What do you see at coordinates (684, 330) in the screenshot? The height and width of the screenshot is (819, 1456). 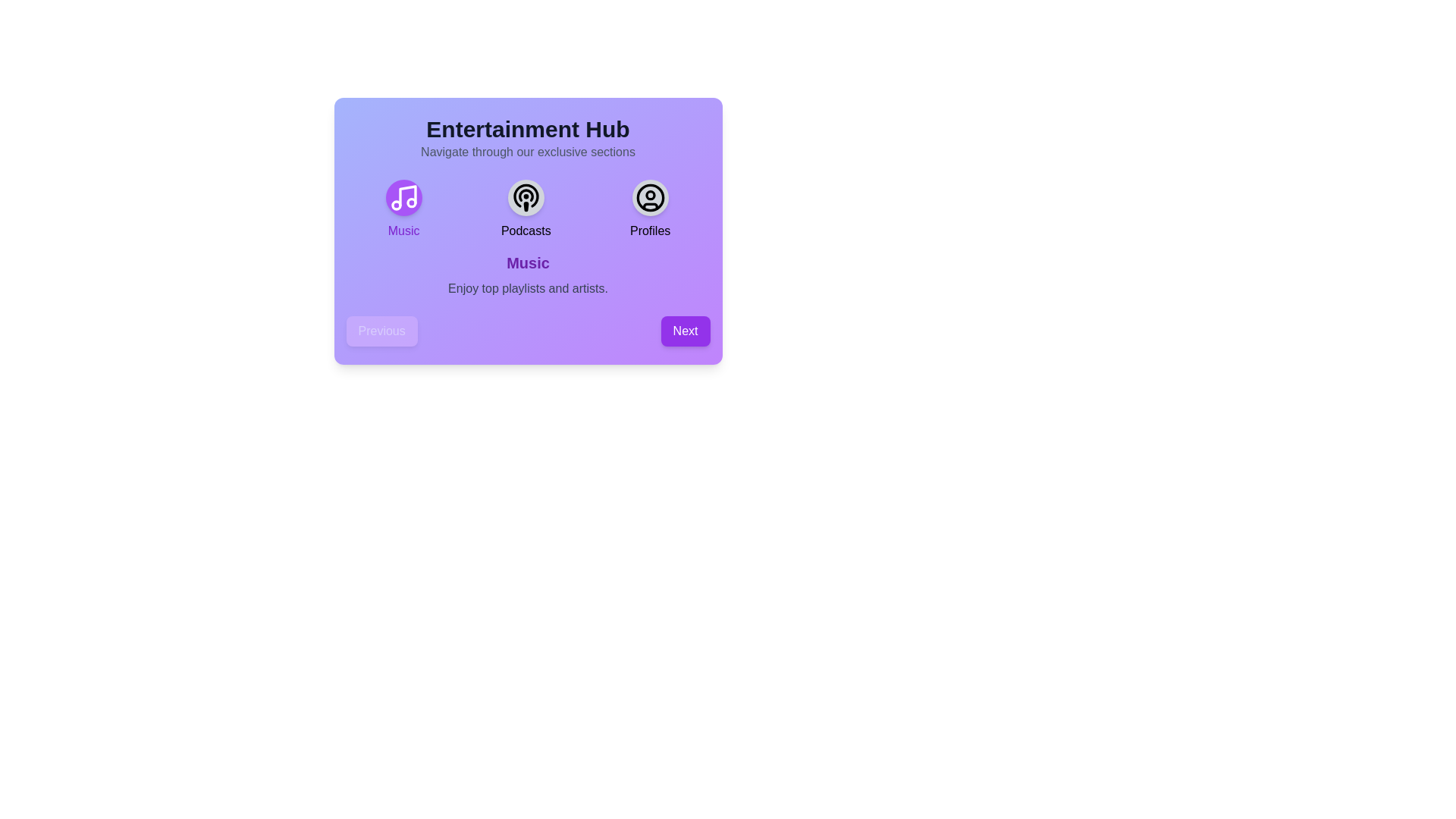 I see `'Next' button to navigate to the next section` at bounding box center [684, 330].